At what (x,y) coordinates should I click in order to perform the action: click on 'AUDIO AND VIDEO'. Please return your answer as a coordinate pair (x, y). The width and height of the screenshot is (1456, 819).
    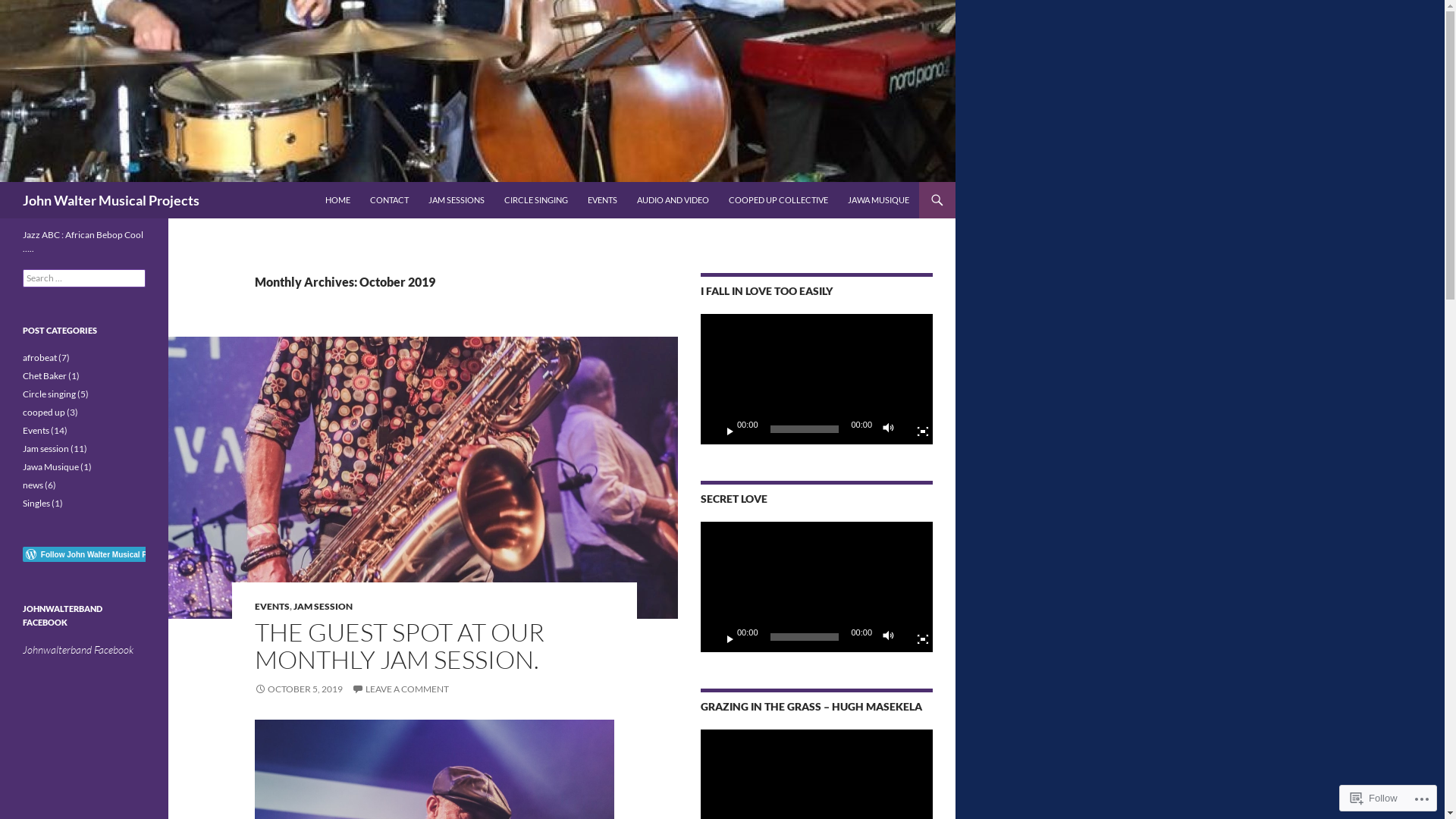
    Looking at the image, I should click on (672, 199).